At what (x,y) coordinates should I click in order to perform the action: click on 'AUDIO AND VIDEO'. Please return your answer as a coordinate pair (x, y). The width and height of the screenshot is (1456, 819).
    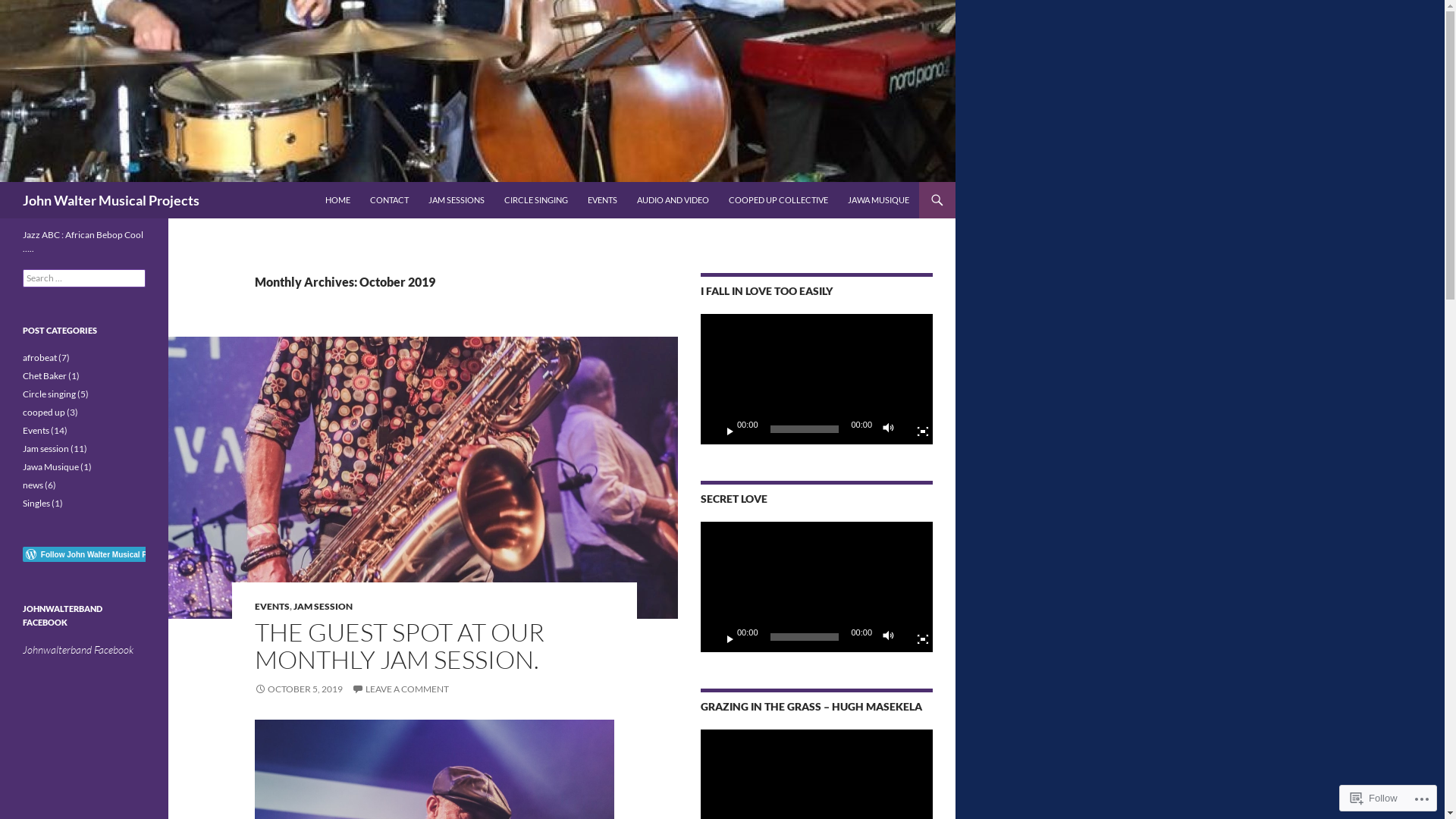
    Looking at the image, I should click on (672, 199).